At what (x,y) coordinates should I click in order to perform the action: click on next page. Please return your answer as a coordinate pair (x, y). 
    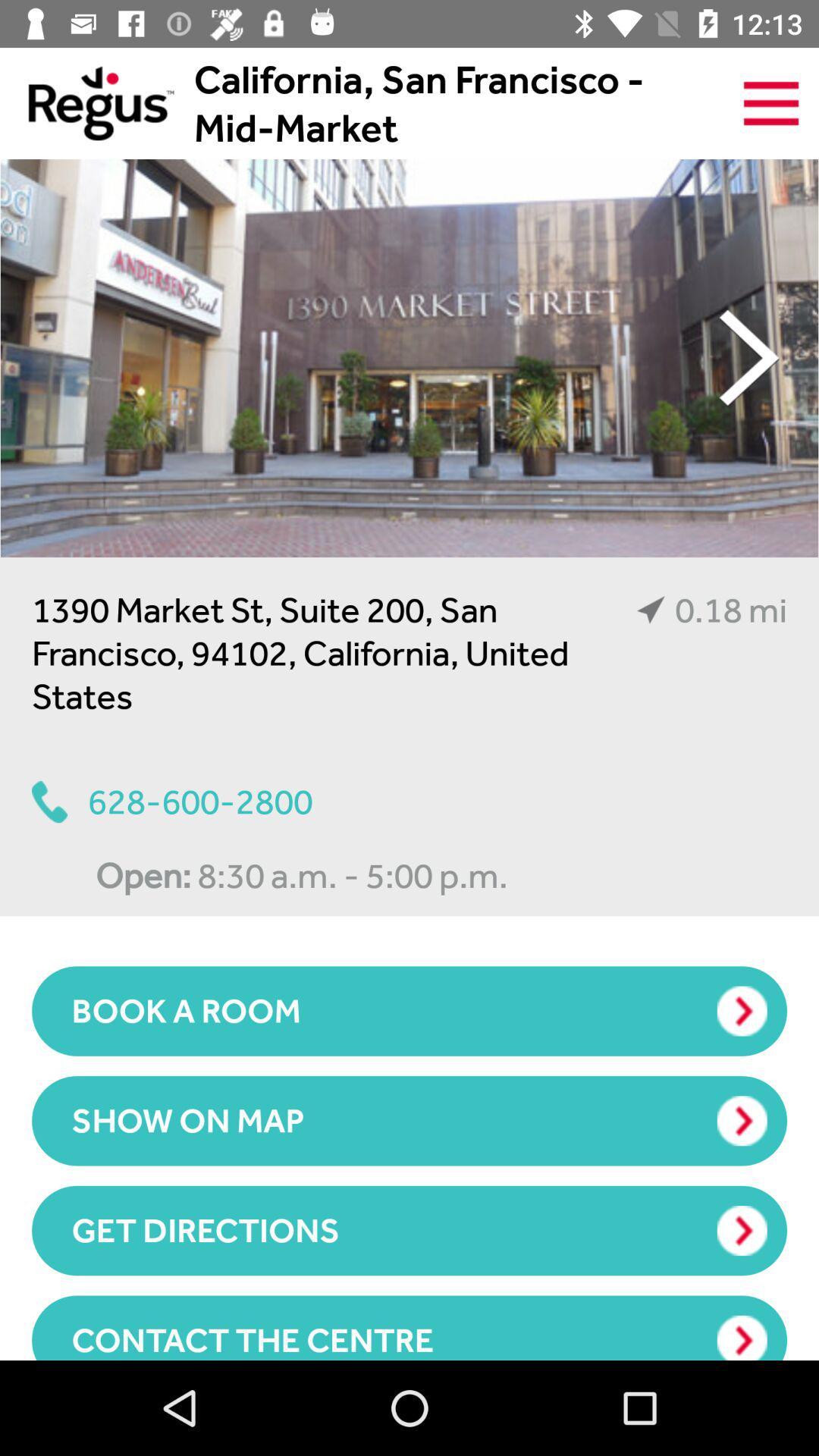
    Looking at the image, I should click on (748, 357).